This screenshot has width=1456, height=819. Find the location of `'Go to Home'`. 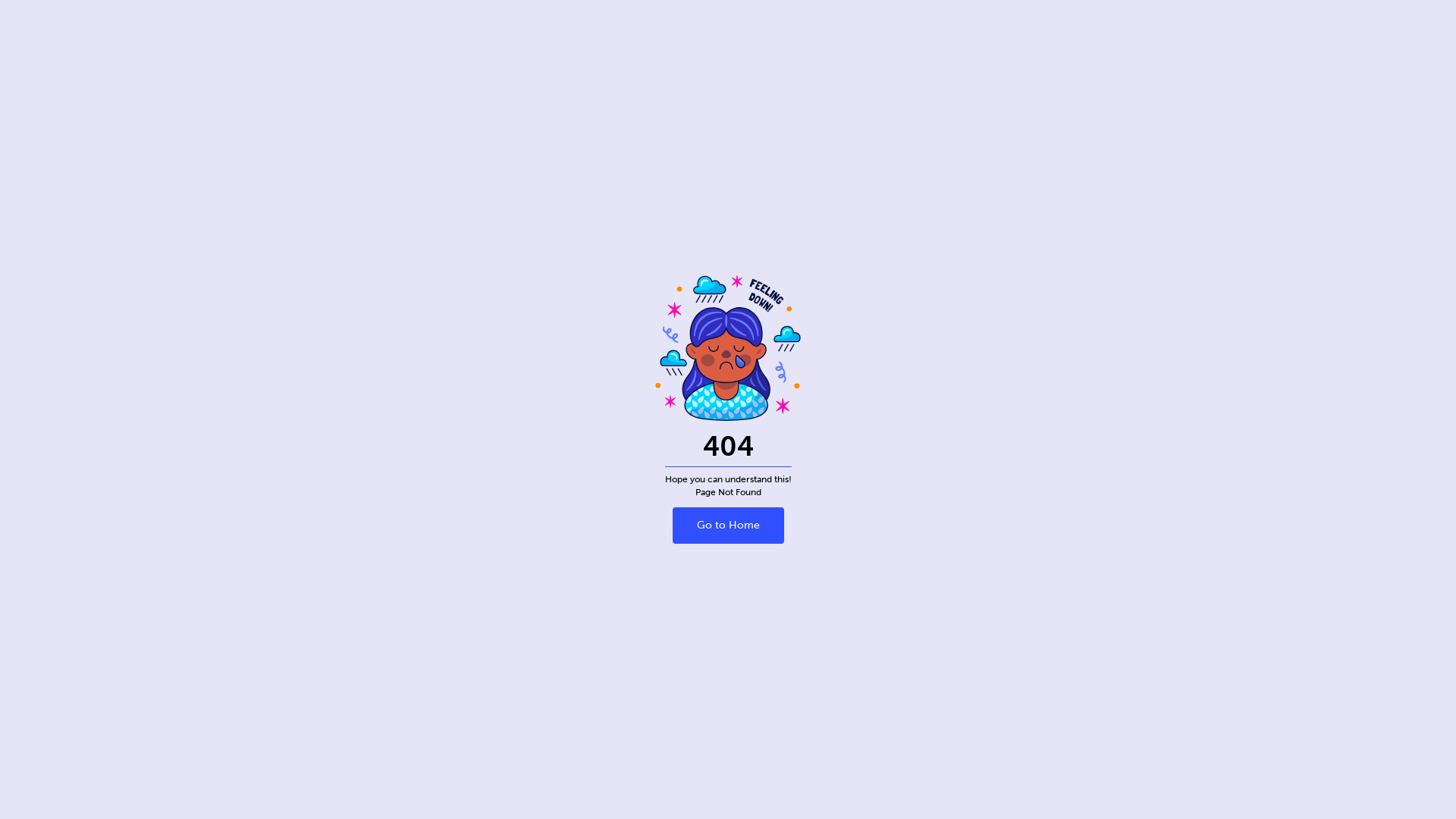

'Go to Home' is located at coordinates (726, 525).